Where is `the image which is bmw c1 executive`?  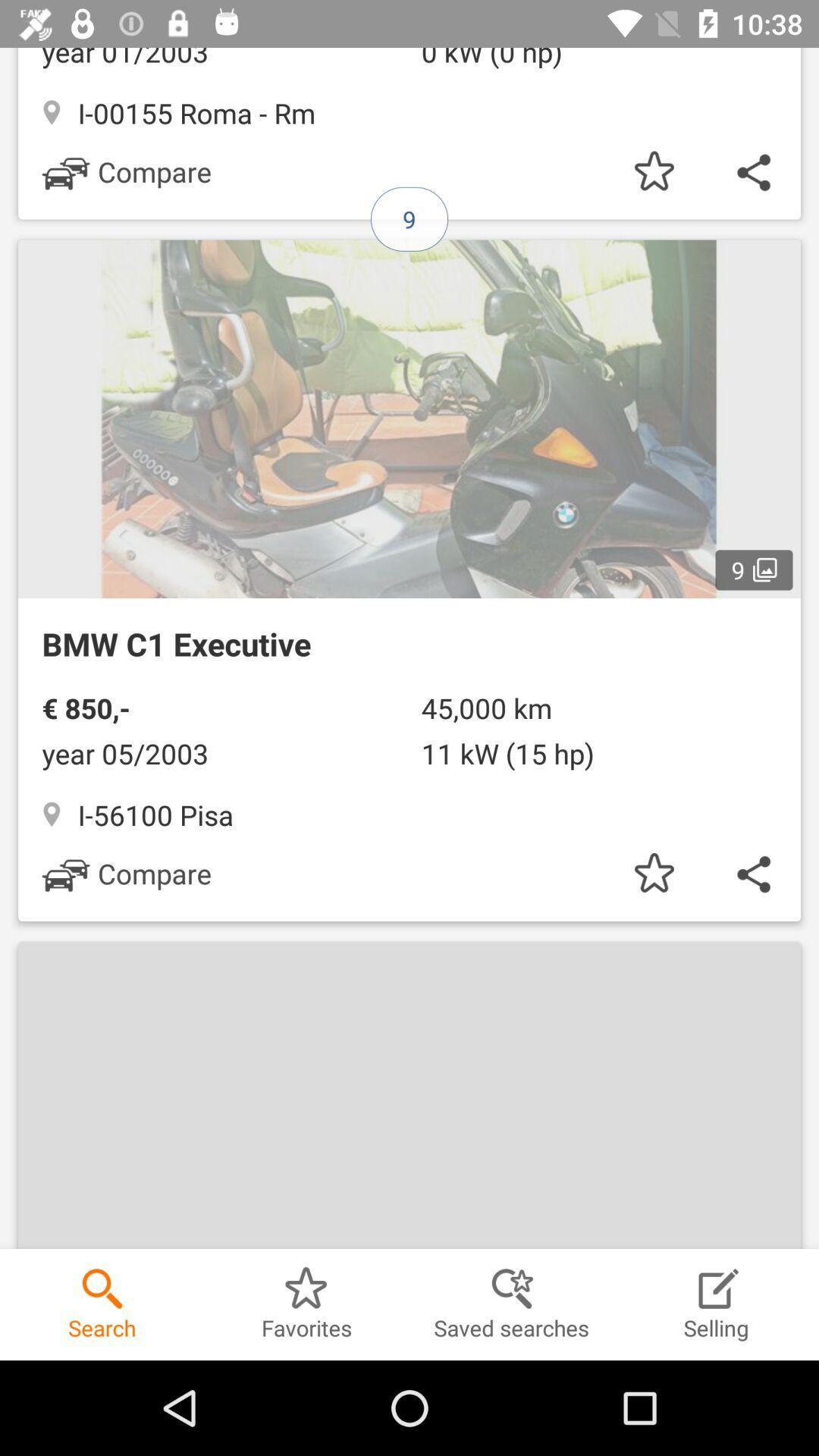
the image which is bmw c1 executive is located at coordinates (409, 572).